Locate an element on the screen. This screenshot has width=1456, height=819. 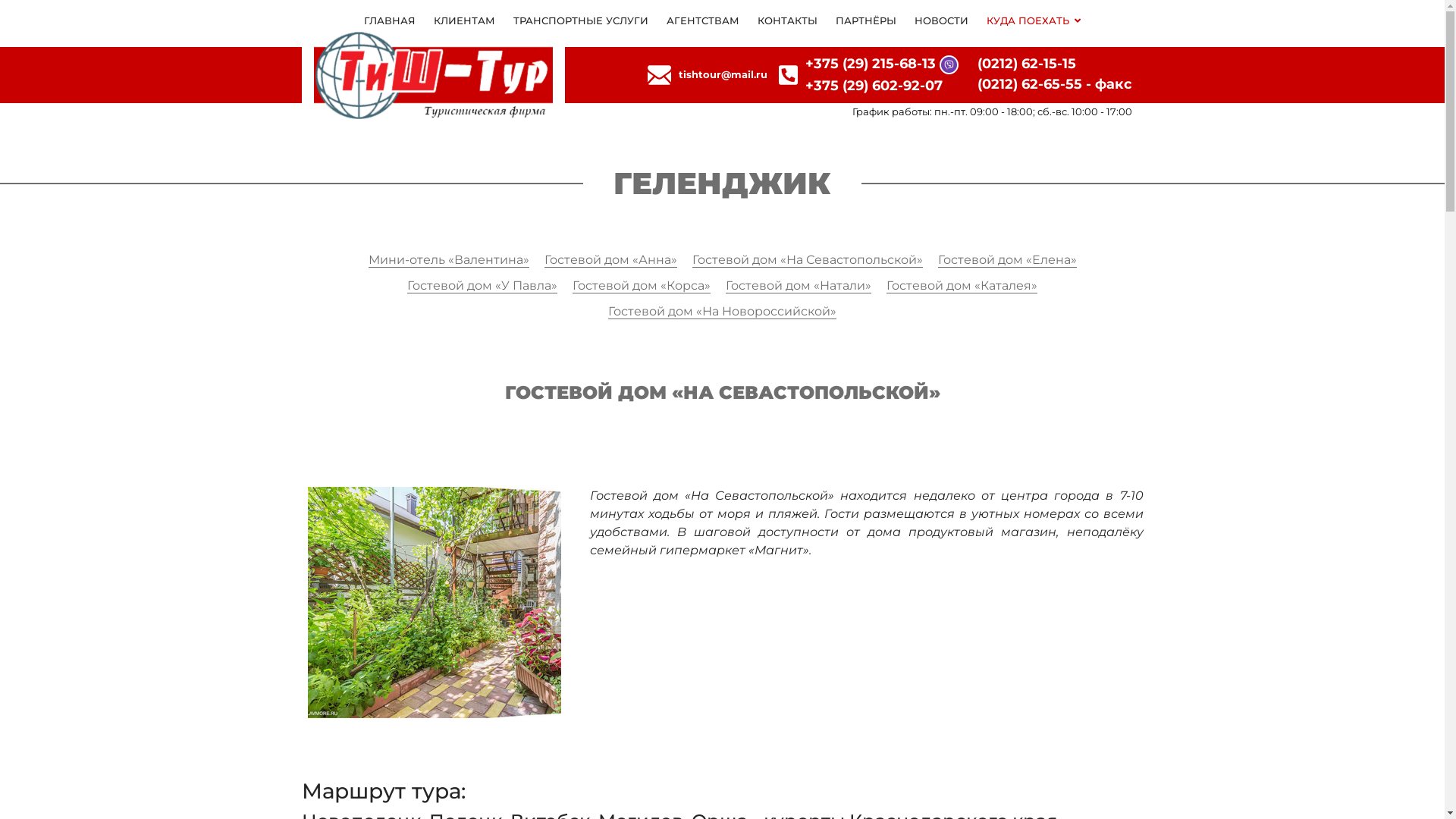
'+375 (29) 602-92-07' is located at coordinates (874, 85).